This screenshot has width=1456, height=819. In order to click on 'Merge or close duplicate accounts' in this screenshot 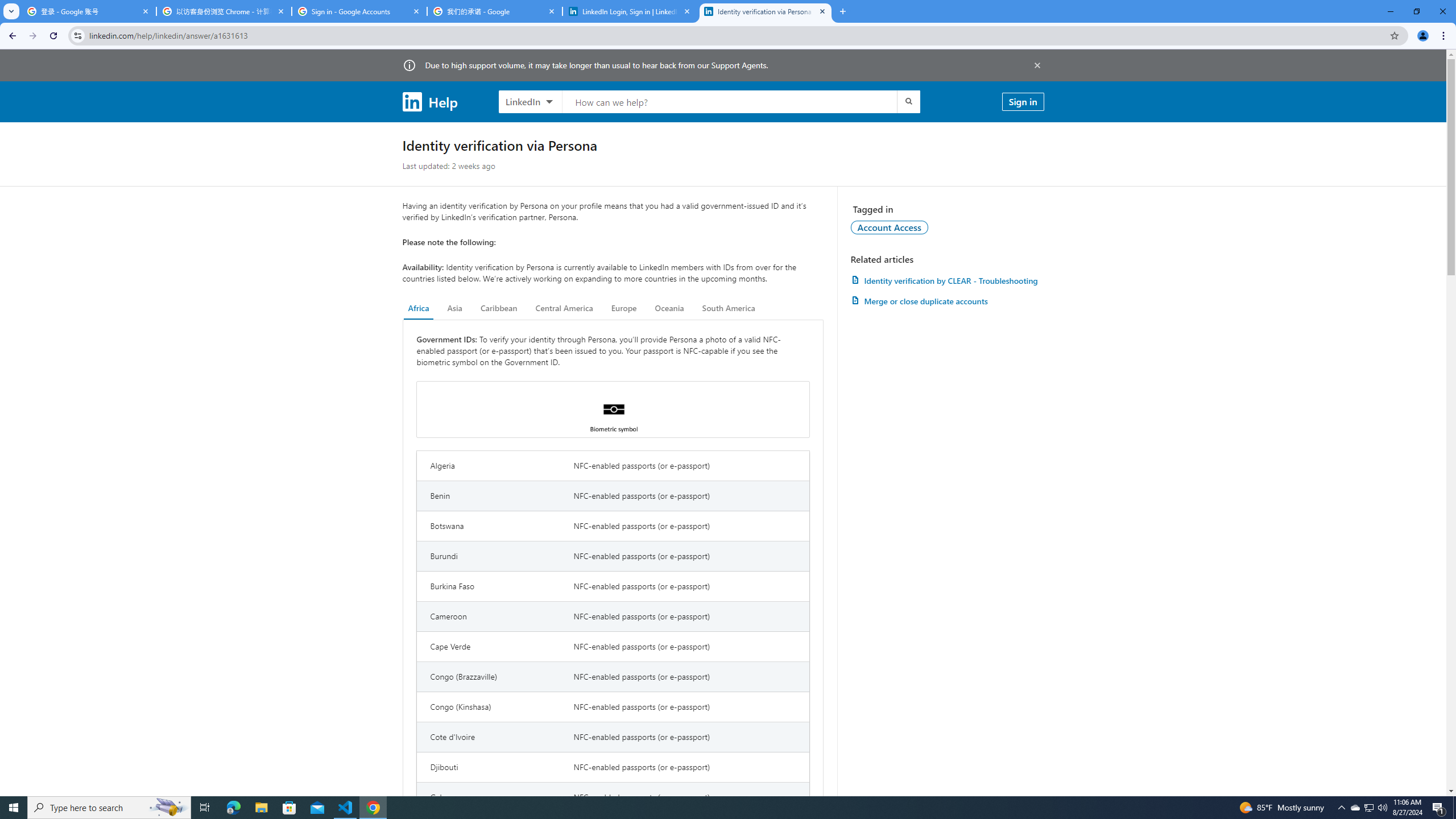, I will do `click(946, 300)`.